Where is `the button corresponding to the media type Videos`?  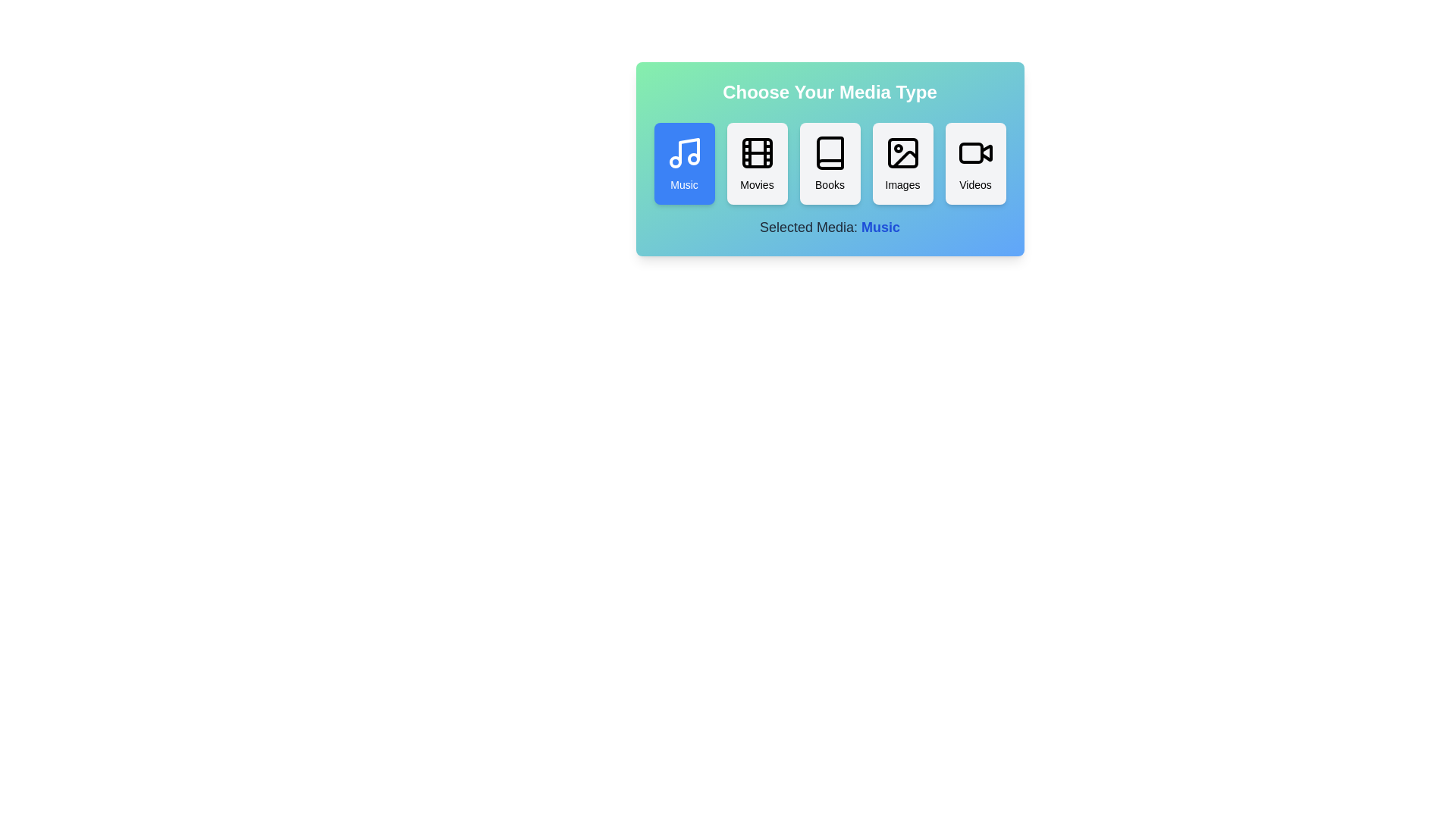
the button corresponding to the media type Videos is located at coordinates (975, 164).